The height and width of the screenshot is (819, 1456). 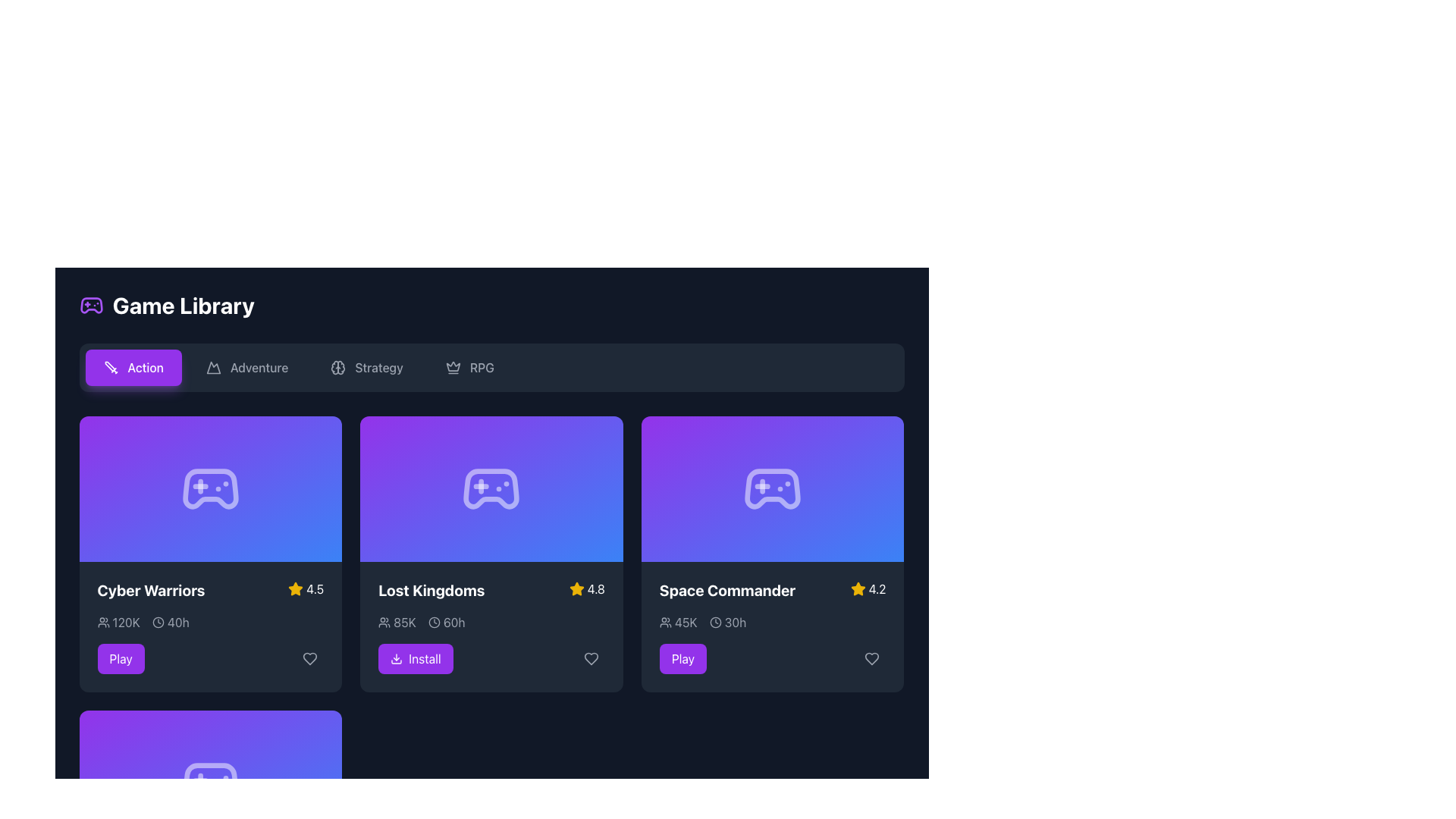 I want to click on text label displaying '60h' styled with a light-gray font, located in the middle section of the interface within the 'Lost Kingdoms' card, so click(x=453, y=623).